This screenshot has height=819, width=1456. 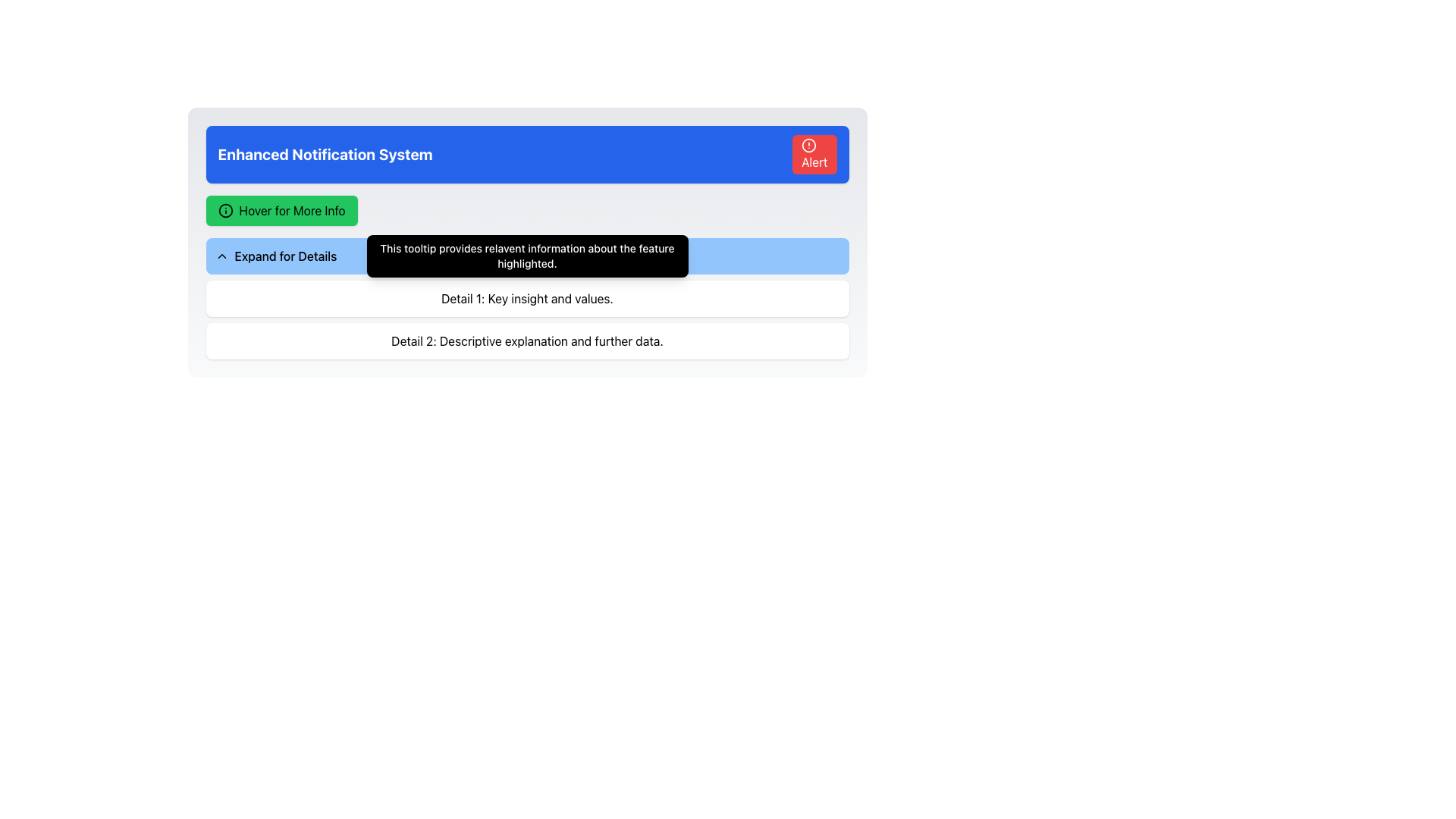 I want to click on the informational text label that provides a directive to expand details, located within a blue rectangular section, centered horizontally with an arrow icon on its left, so click(x=283, y=256).